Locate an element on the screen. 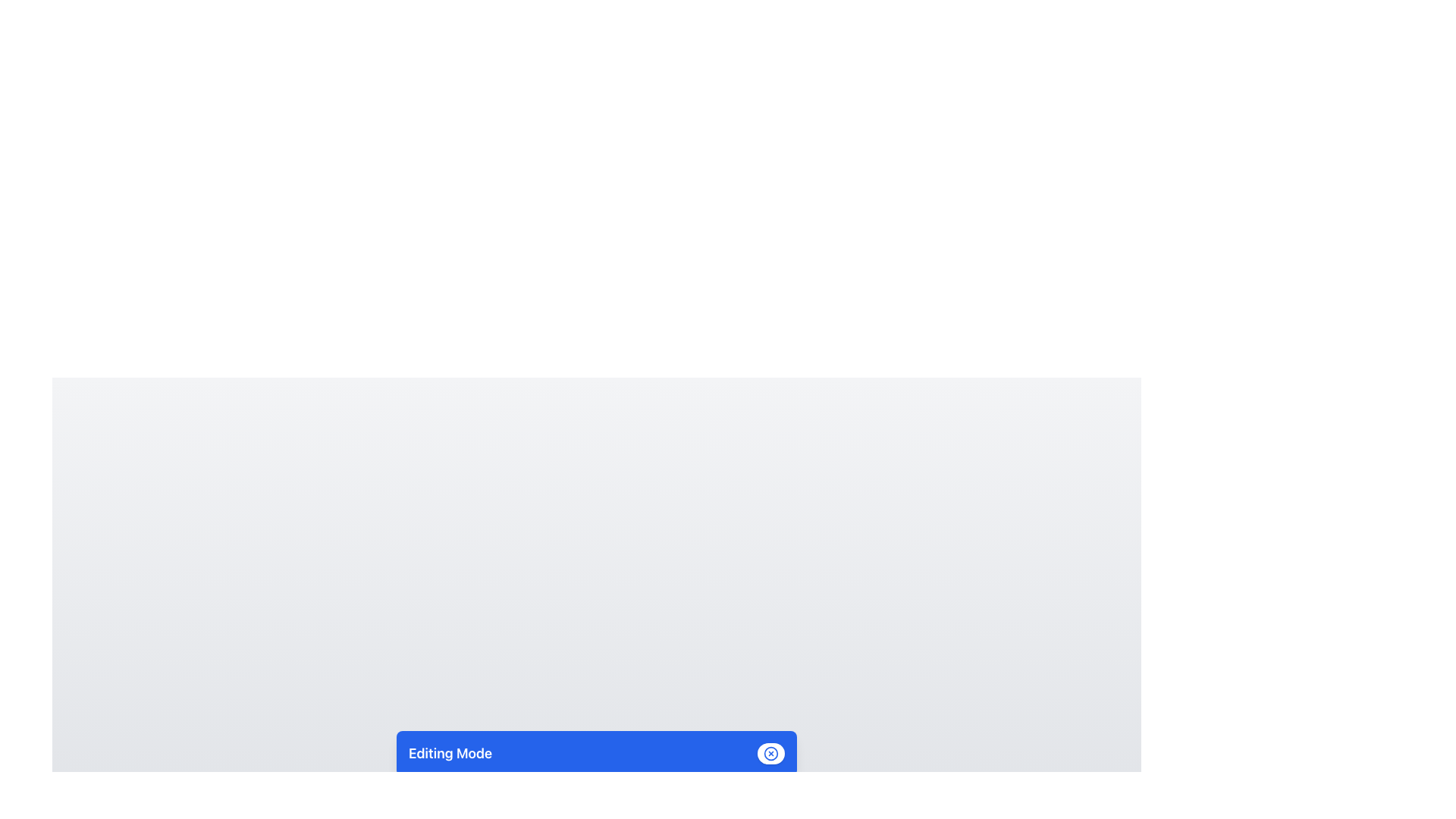 Image resolution: width=1456 pixels, height=819 pixels. the static text element displaying 'Editing Mode', which is bold and white on a blue background is located at coordinates (450, 754).